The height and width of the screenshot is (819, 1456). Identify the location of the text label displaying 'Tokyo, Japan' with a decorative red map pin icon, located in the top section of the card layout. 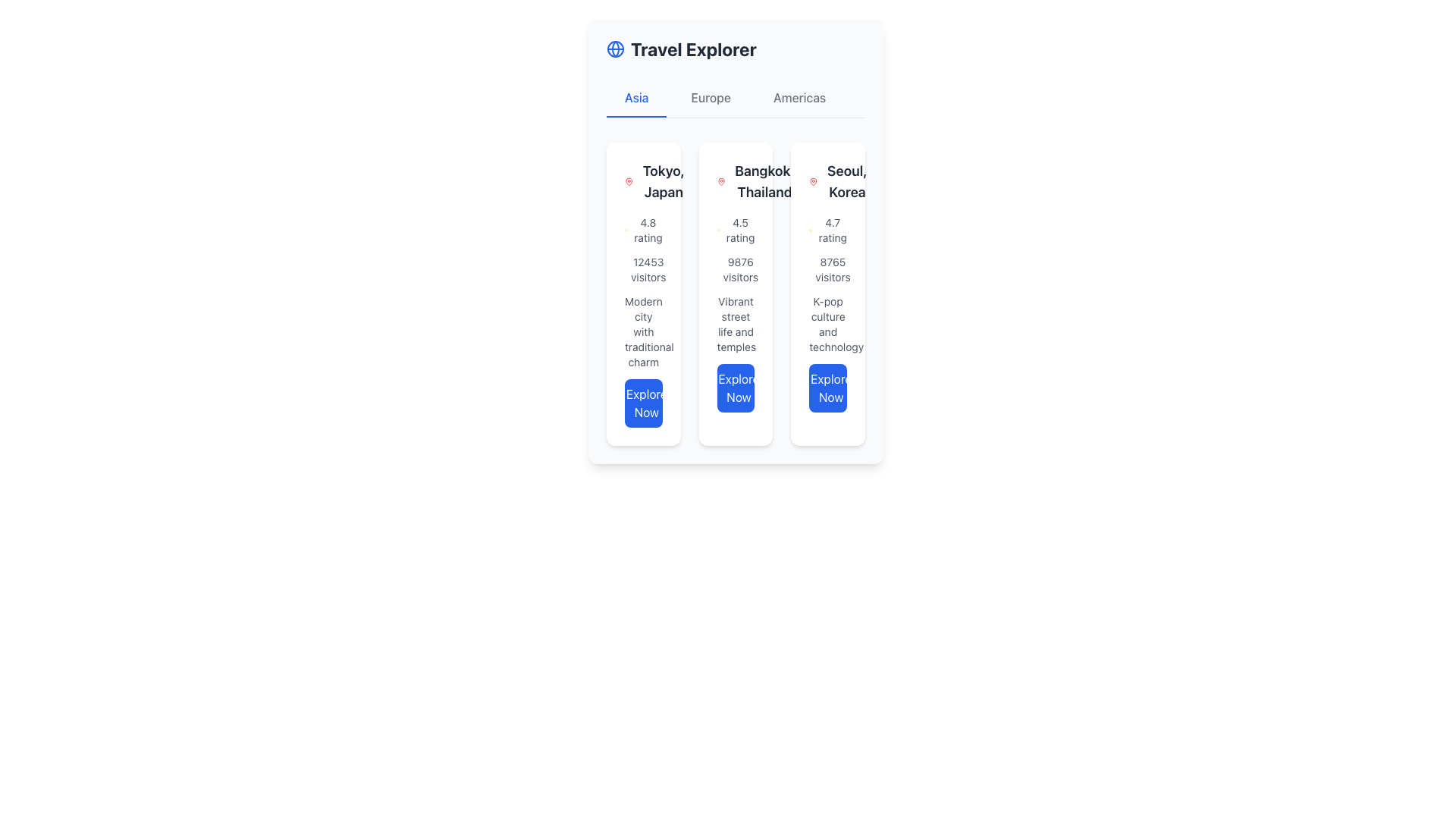
(643, 180).